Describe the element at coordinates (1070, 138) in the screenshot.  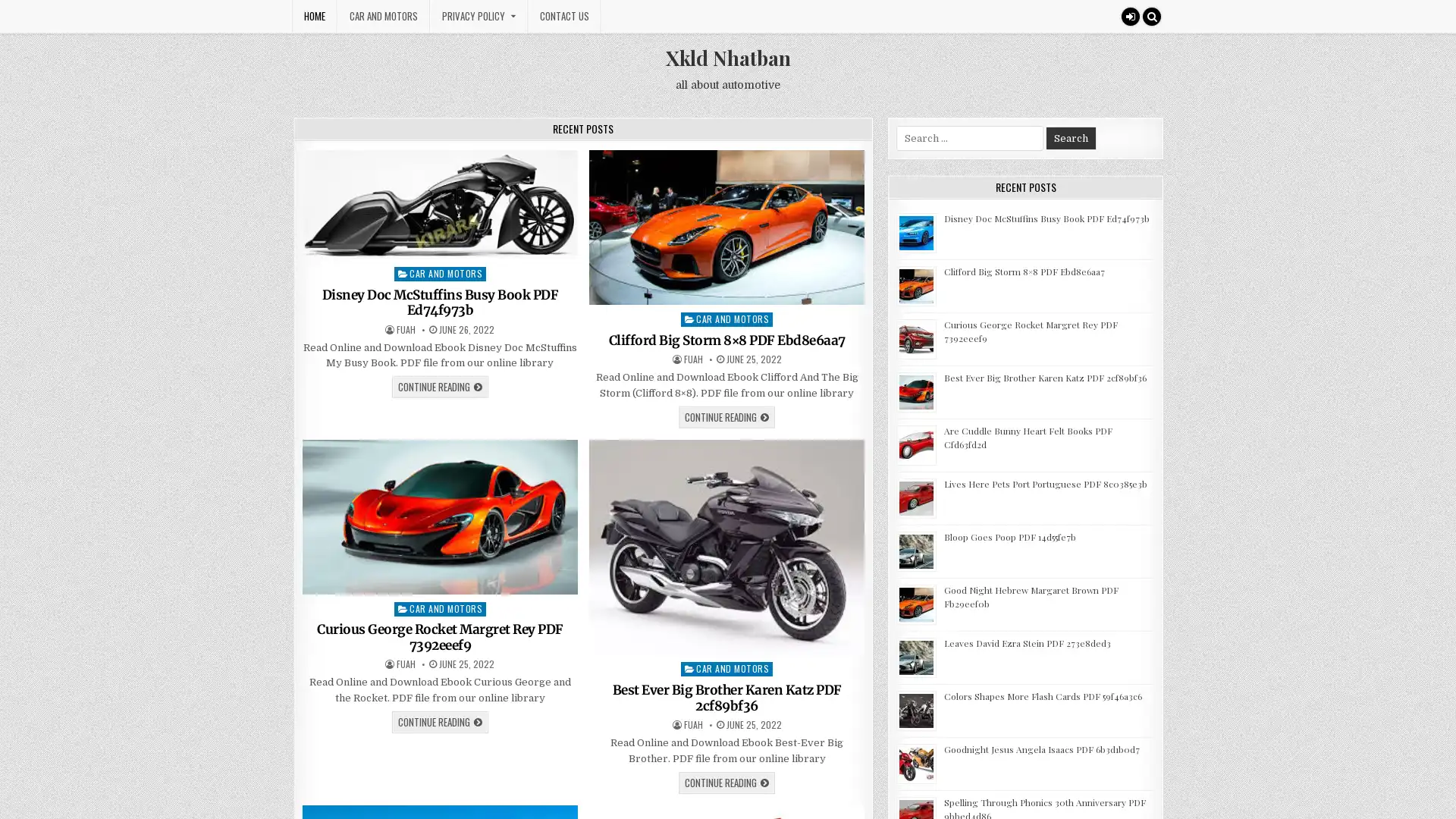
I see `Search` at that location.